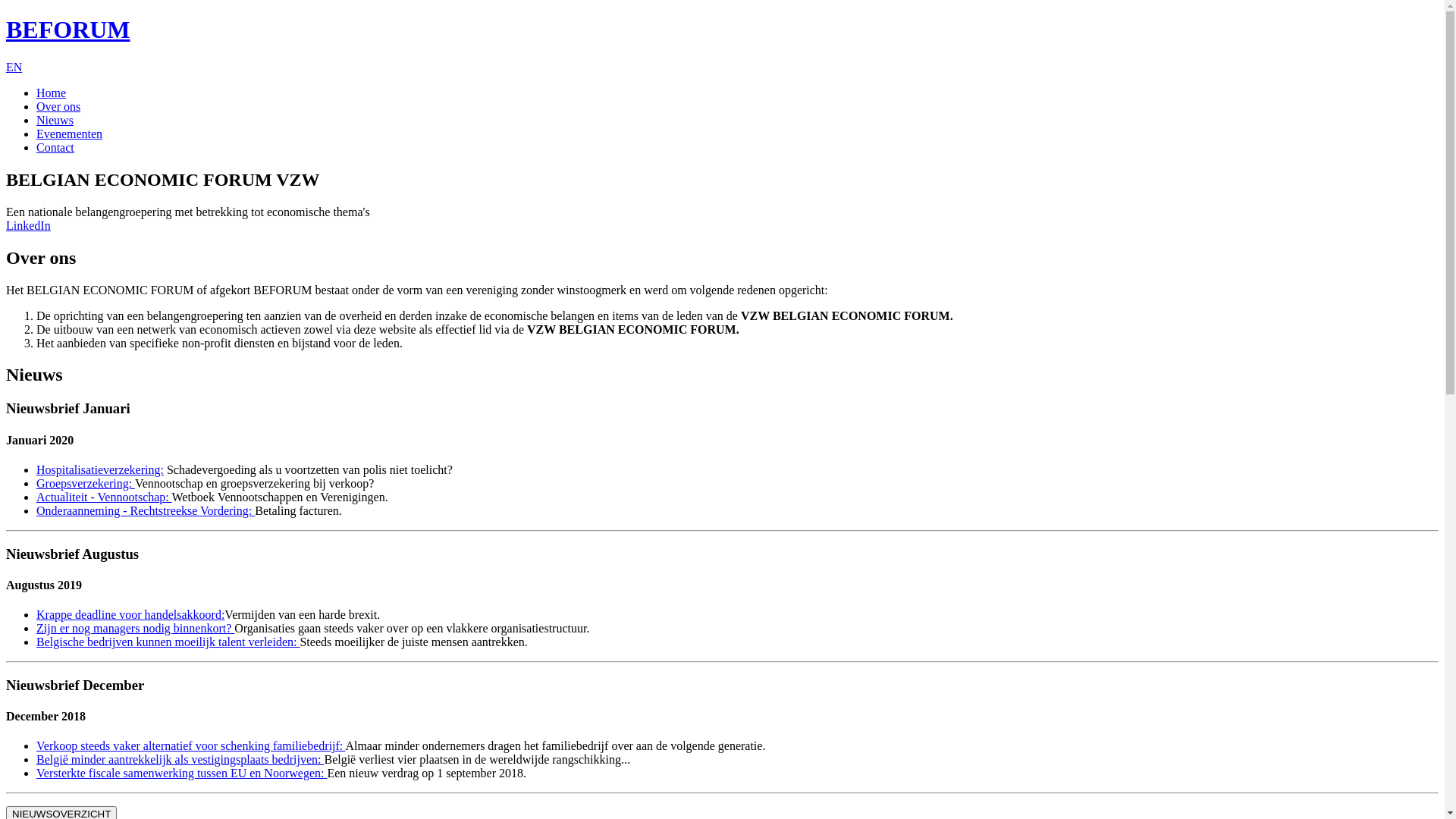  I want to click on 'Actualiteit - Vennootschap:', so click(103, 497).